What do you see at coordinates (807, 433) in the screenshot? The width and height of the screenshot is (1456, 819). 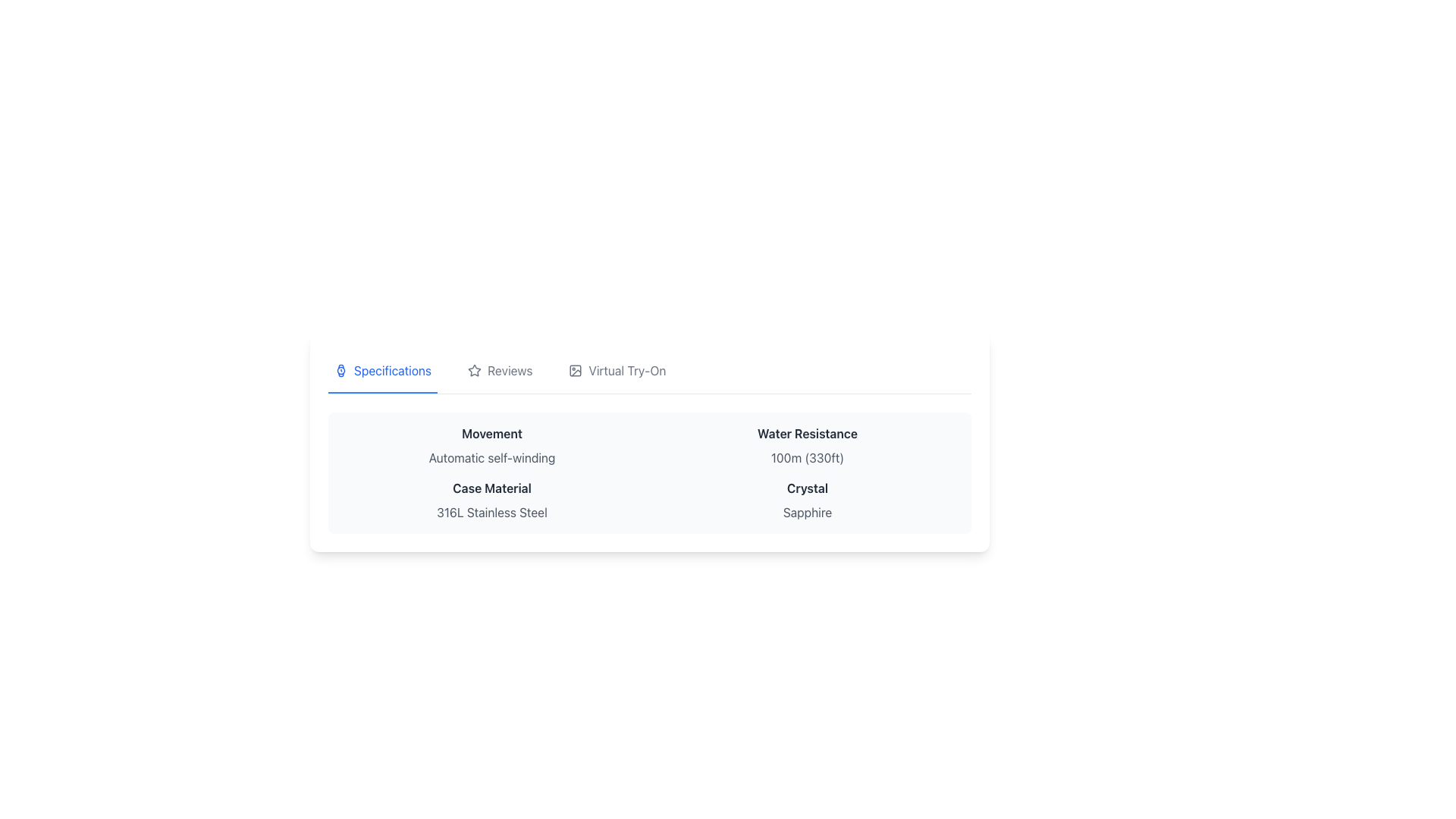 I see `the 'Water Resistance' text label, which is styled with a bold font and dark gray color, located on the right side of the middle section in the specifications table` at bounding box center [807, 433].